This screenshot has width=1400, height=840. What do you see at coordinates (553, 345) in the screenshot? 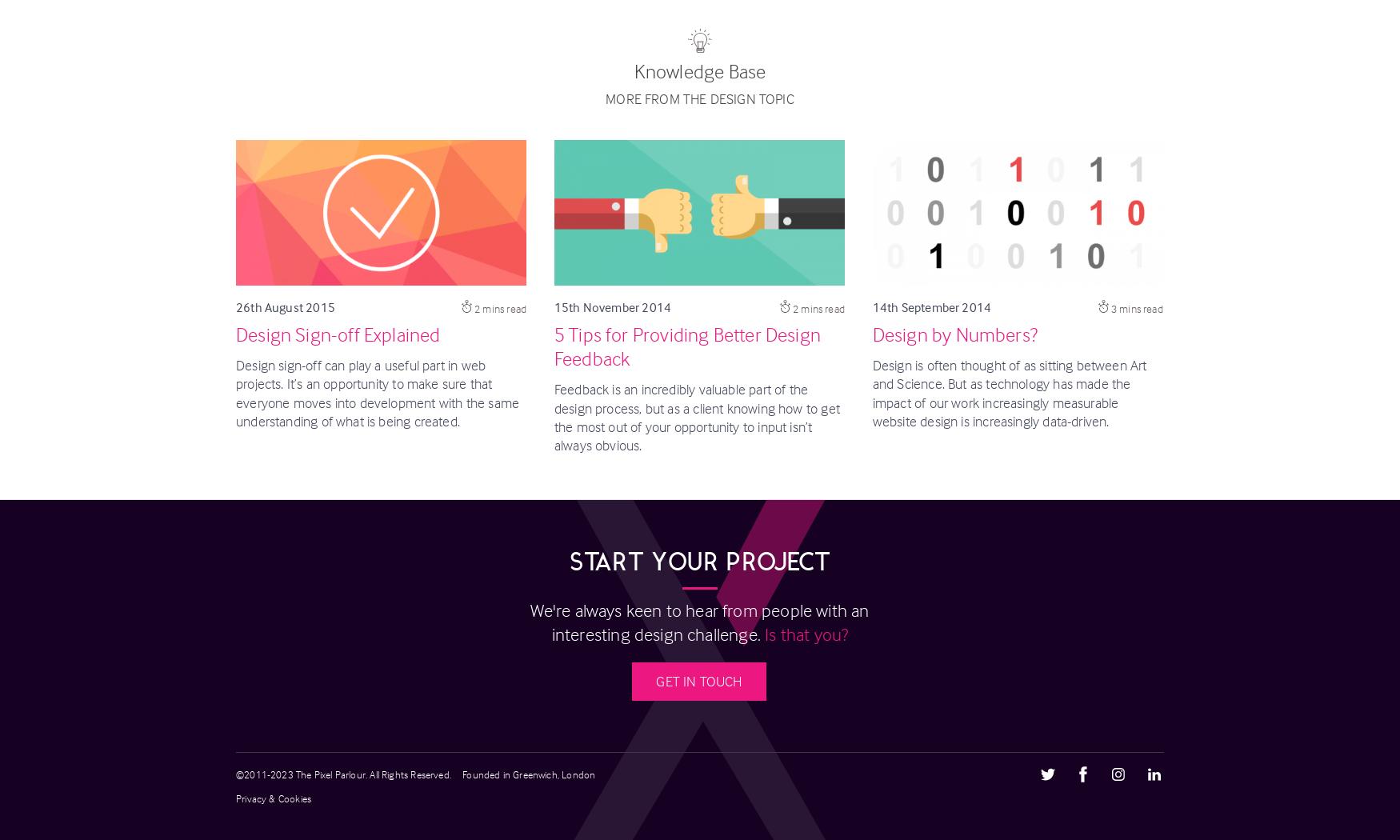
I see `'5 Tips for Providing Better Design Feedback'` at bounding box center [553, 345].